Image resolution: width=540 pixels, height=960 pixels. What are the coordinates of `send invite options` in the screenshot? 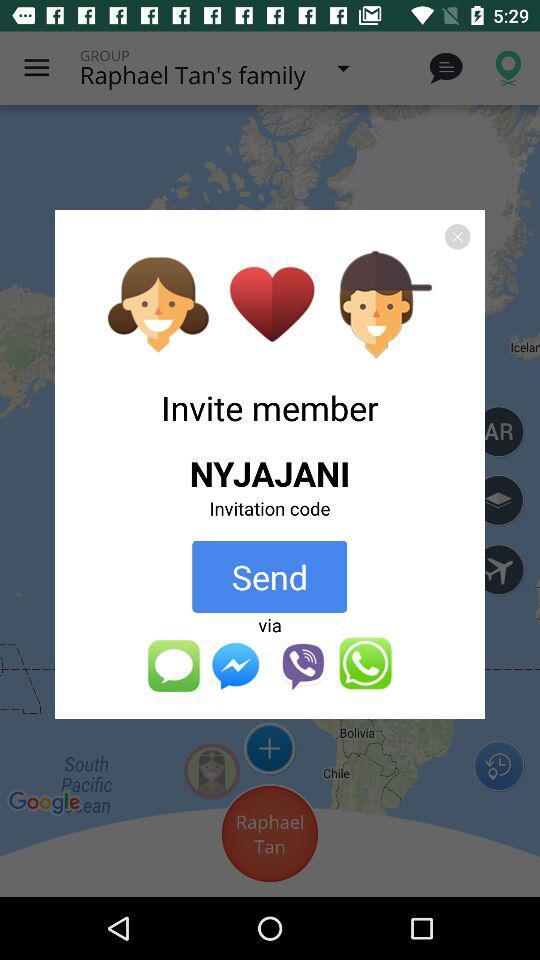 It's located at (269, 665).